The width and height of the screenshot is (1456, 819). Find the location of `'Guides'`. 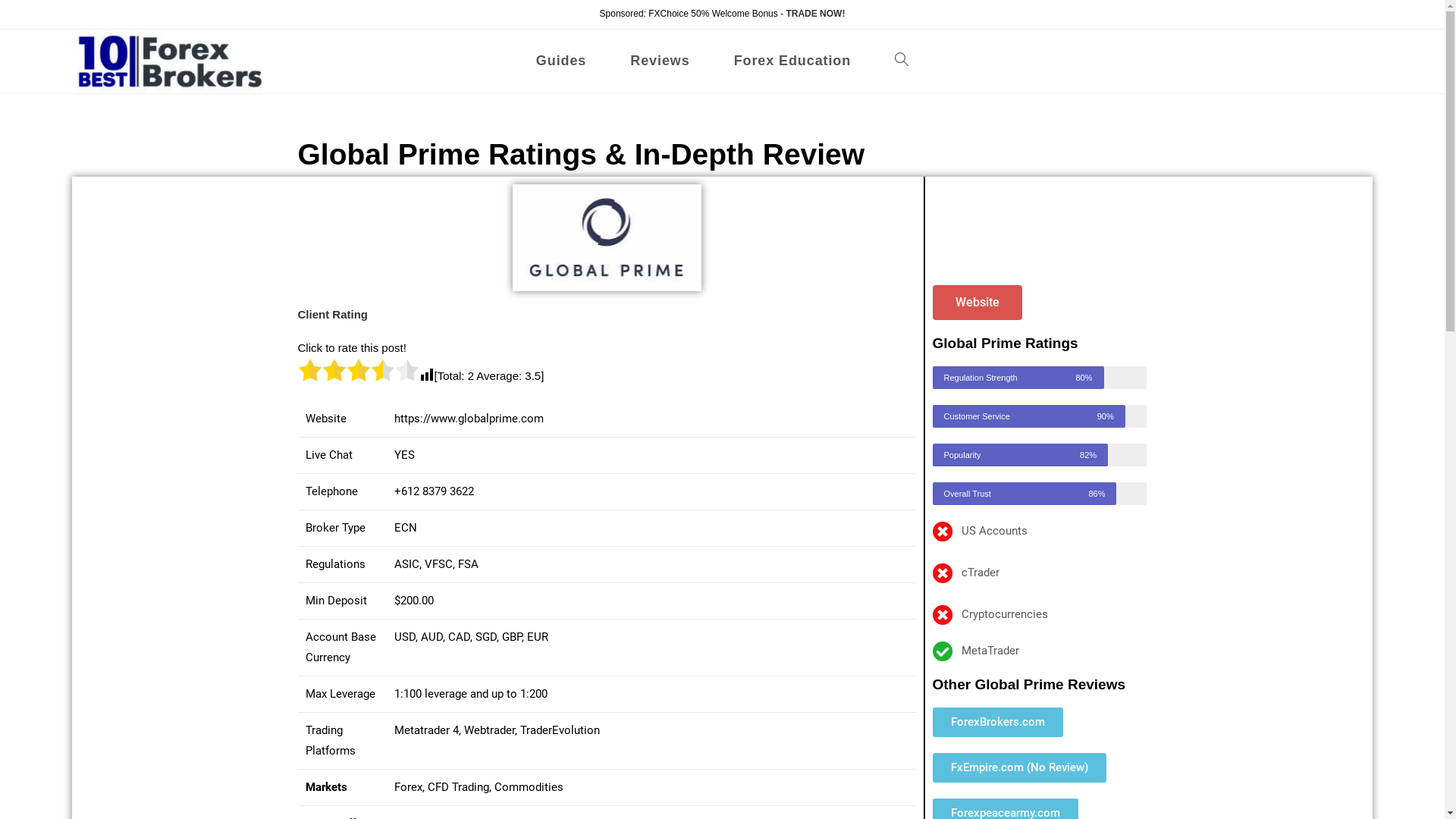

'Guides' is located at coordinates (560, 60).